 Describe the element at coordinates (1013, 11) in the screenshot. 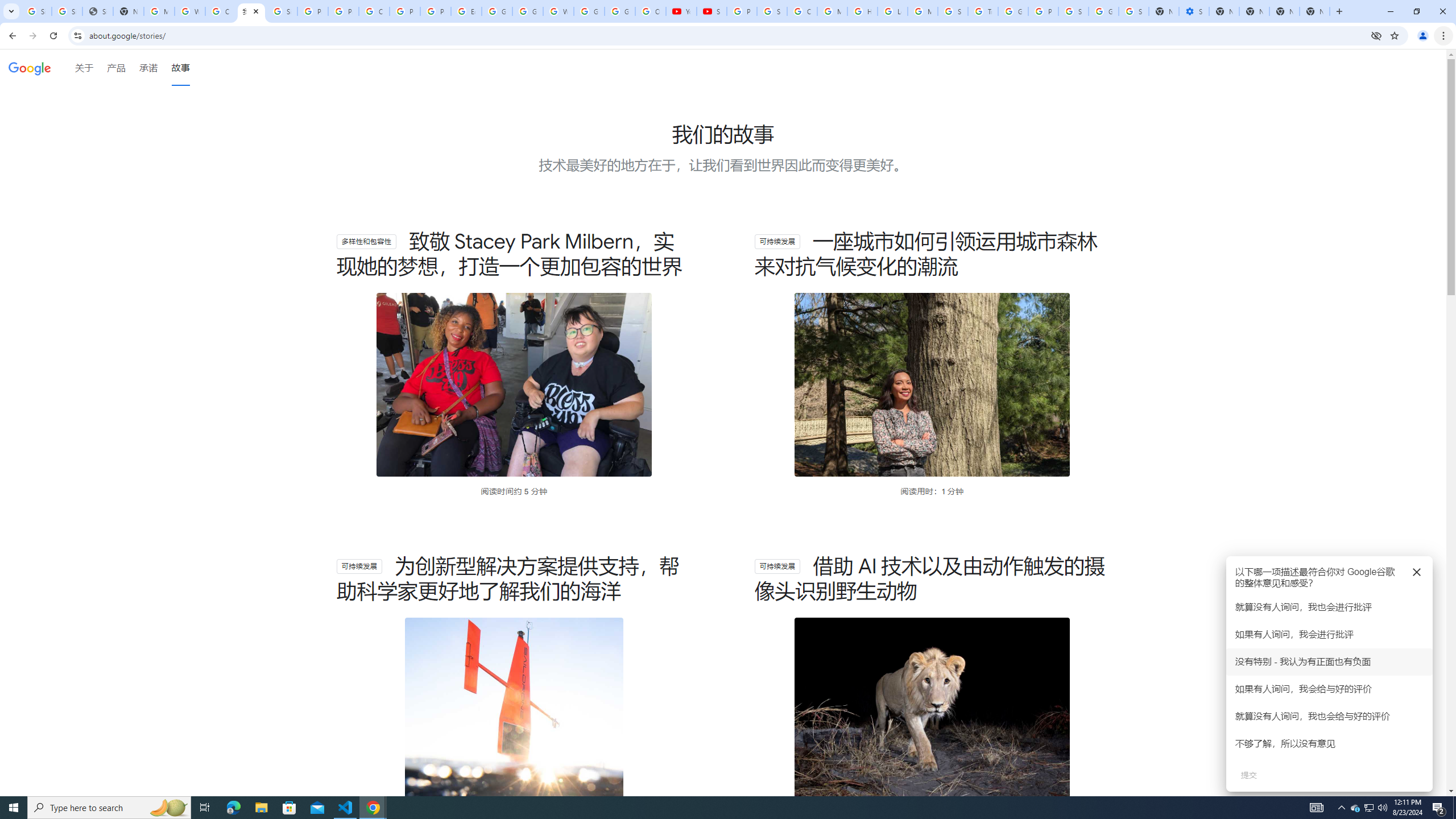

I see `'Google Ads - Sign in'` at that location.